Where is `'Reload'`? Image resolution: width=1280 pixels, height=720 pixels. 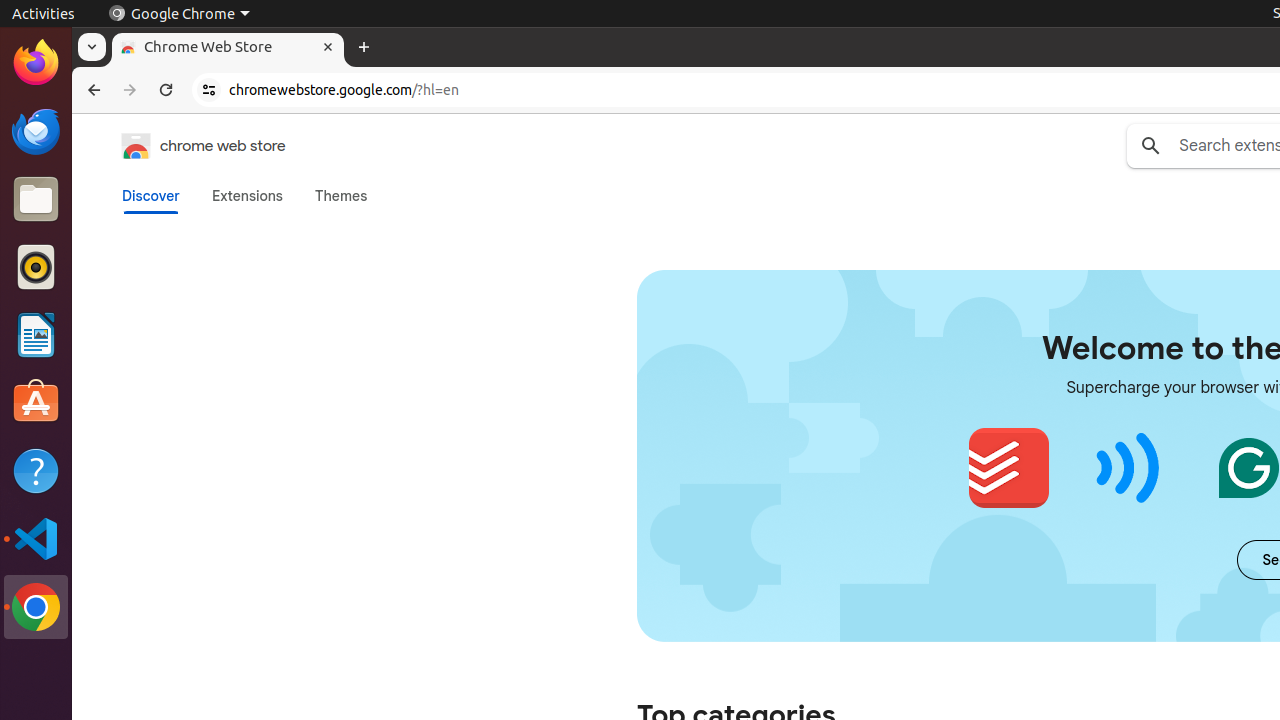 'Reload' is located at coordinates (166, 90).